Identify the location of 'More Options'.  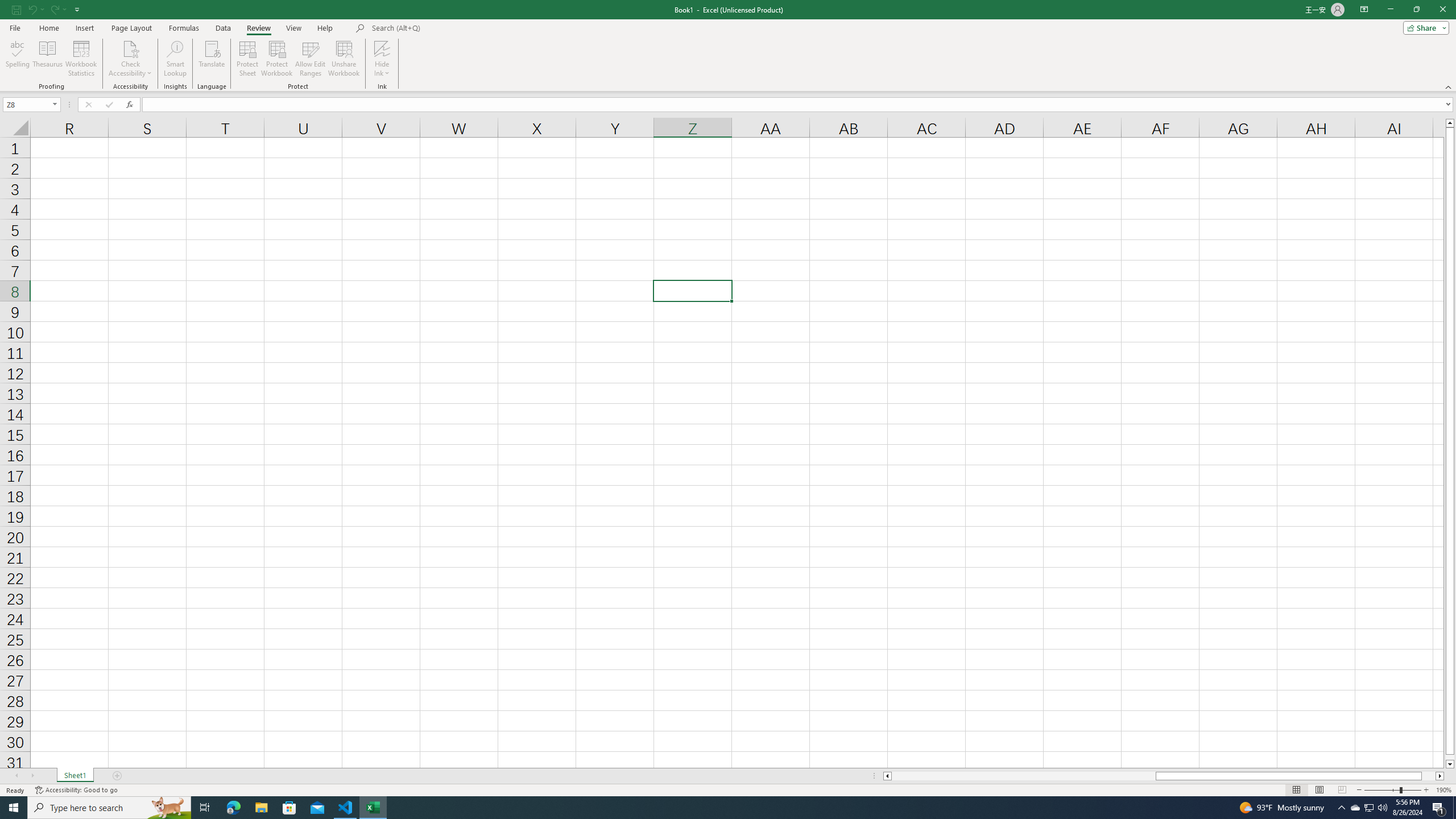
(382, 68).